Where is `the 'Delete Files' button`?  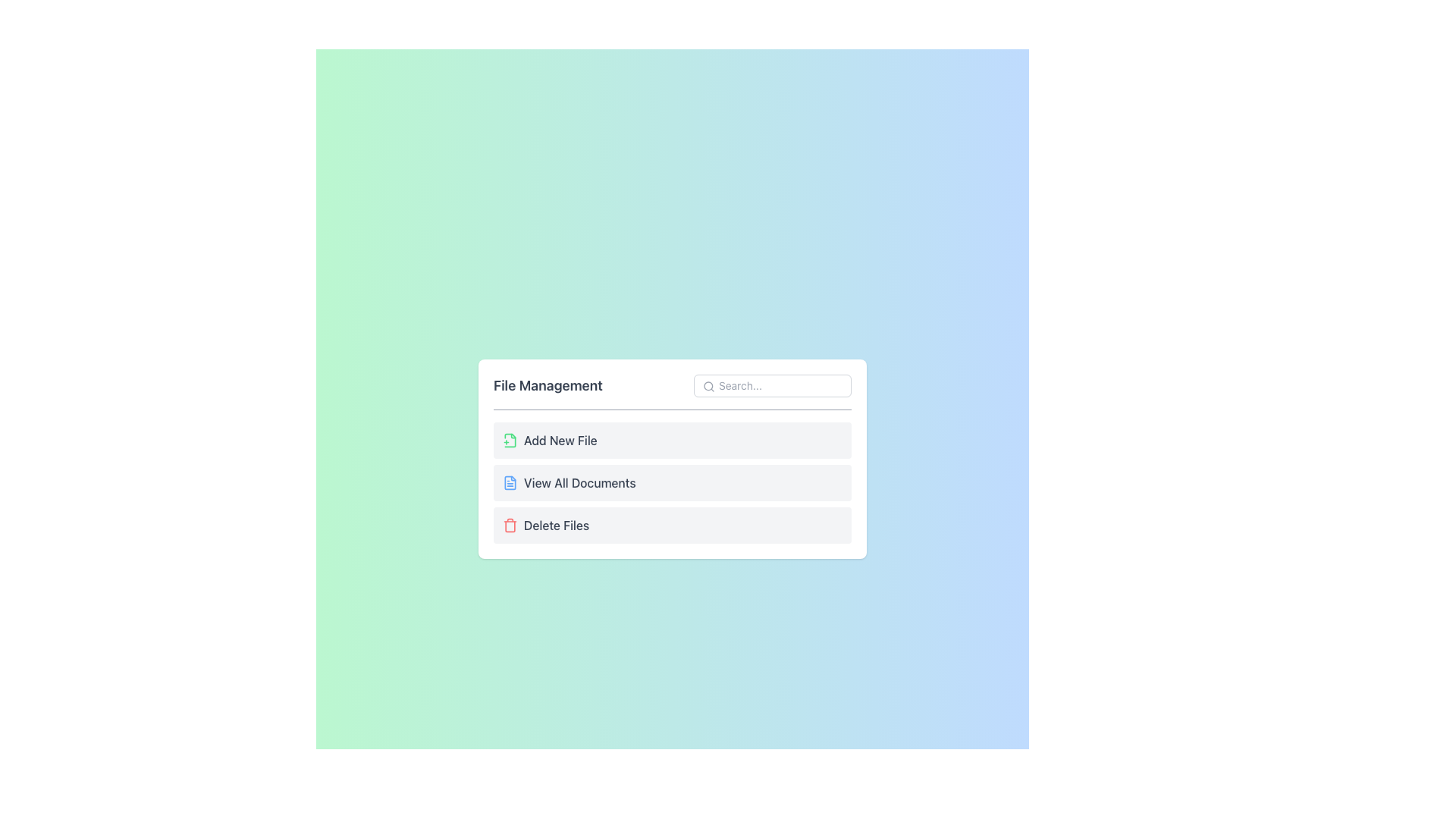
the 'Delete Files' button is located at coordinates (672, 524).